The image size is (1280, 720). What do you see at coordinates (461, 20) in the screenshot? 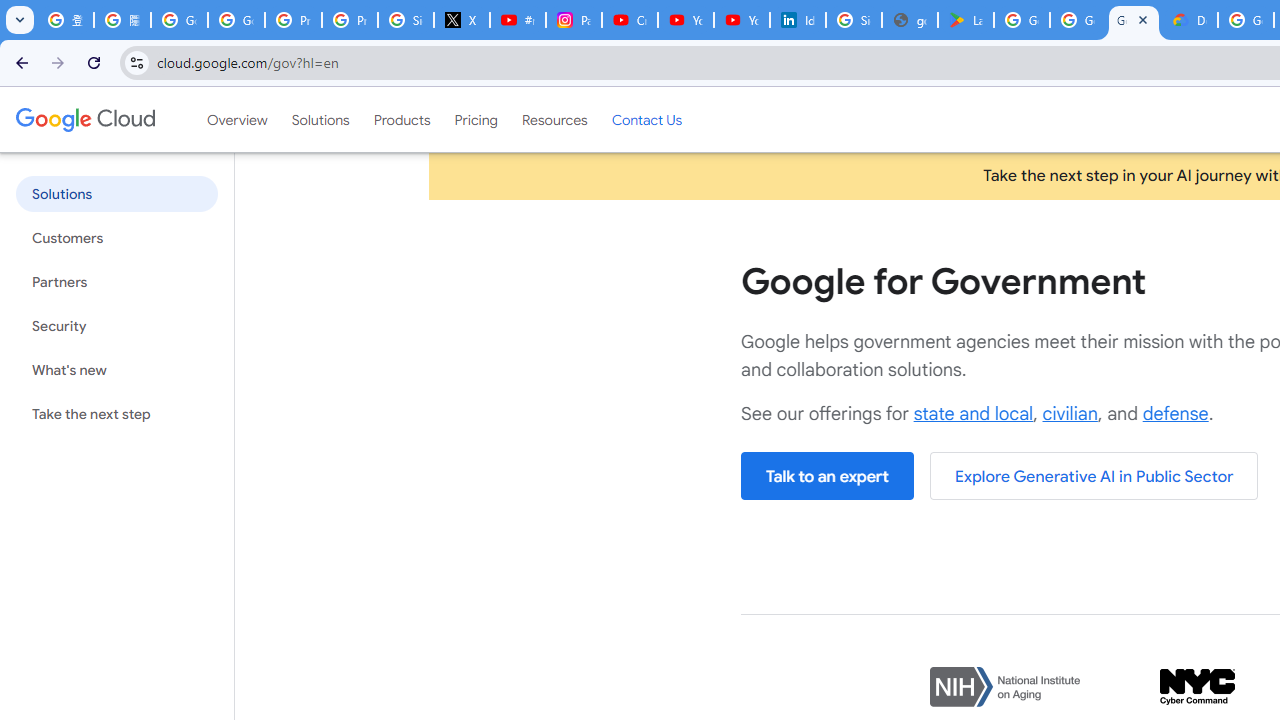
I see `'X'` at bounding box center [461, 20].